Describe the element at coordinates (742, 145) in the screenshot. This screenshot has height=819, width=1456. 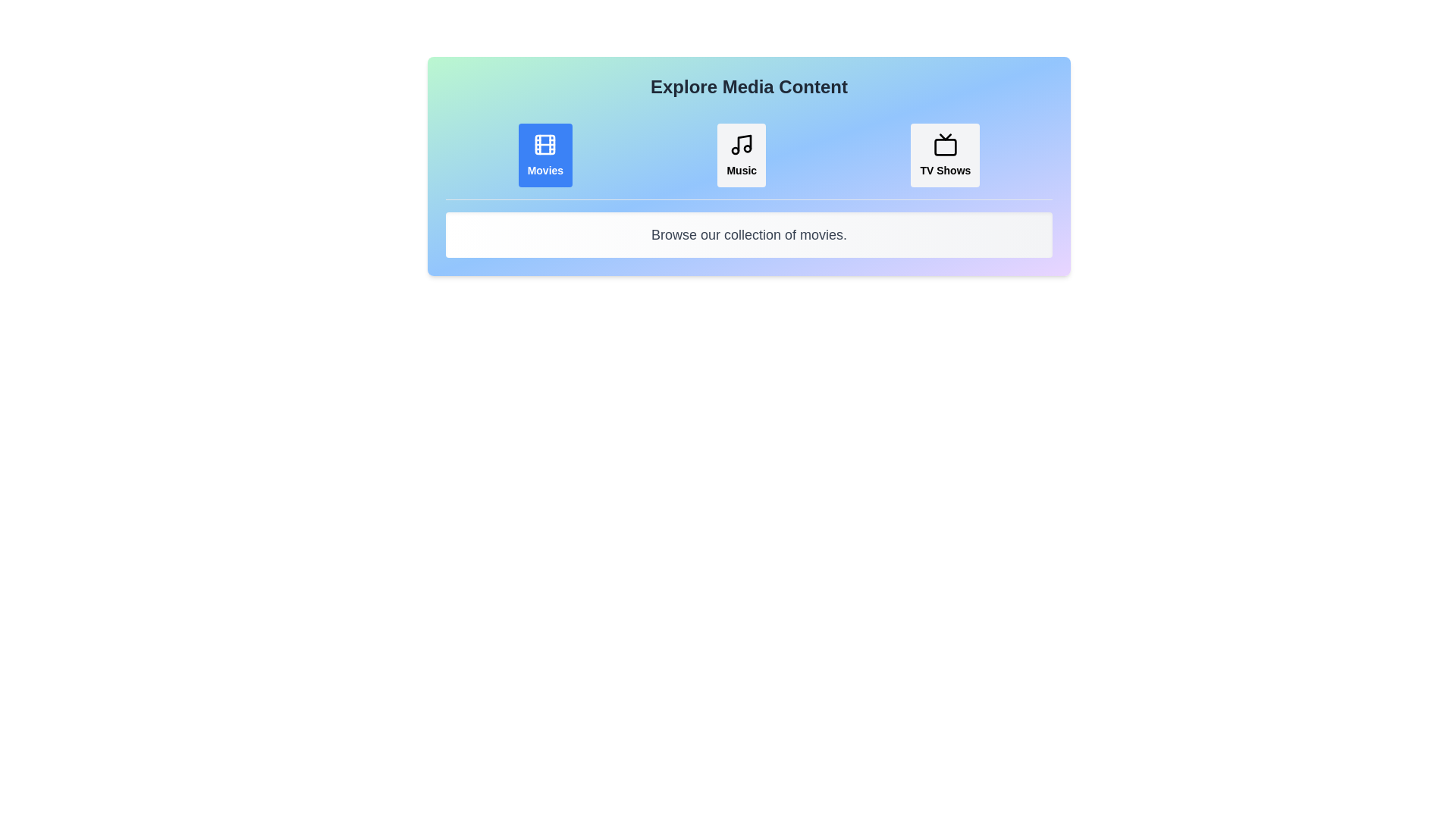
I see `the music note icon, which is part of the media selection interface located below the title 'Explore Media Content'` at that location.